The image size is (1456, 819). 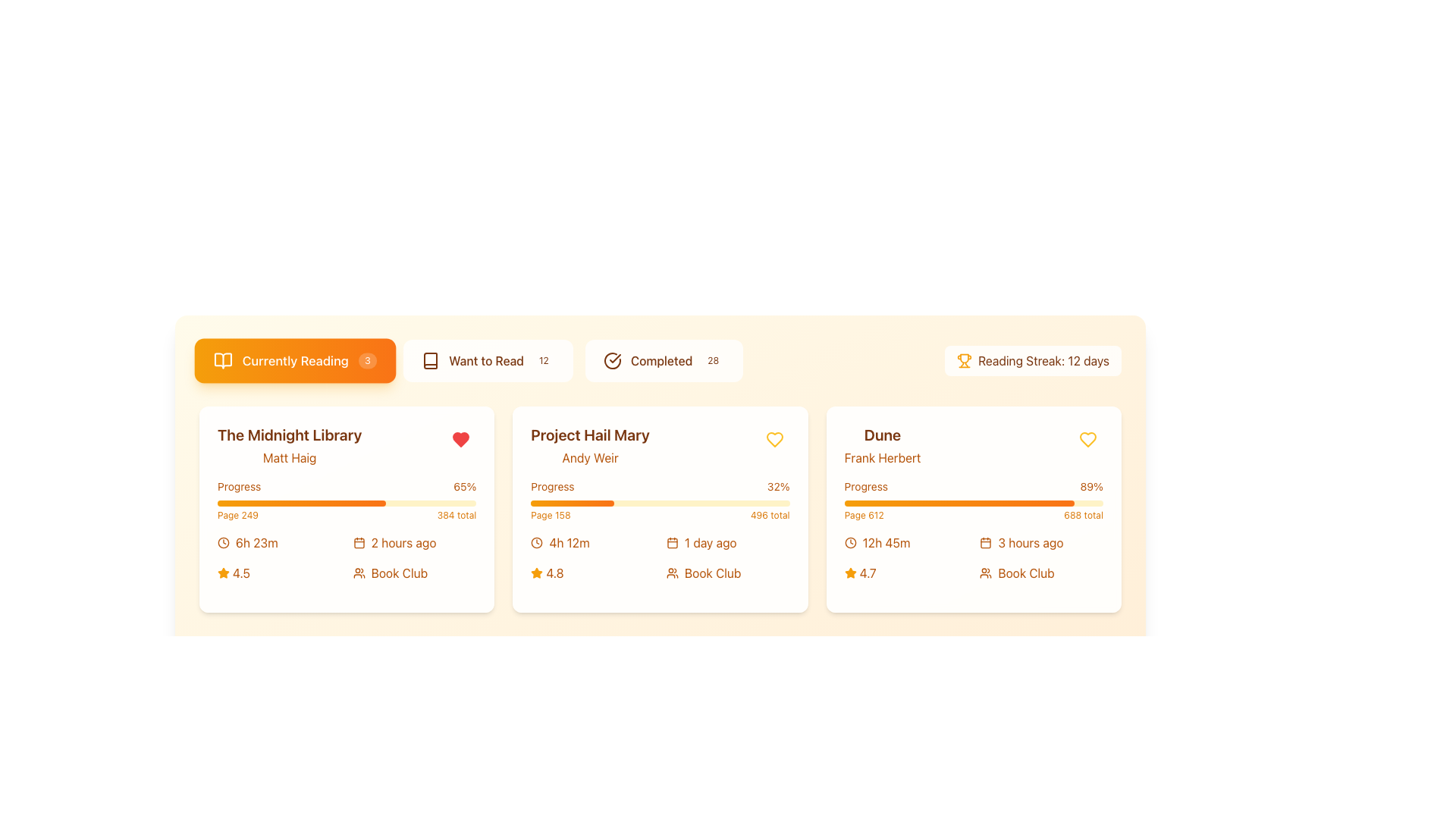 What do you see at coordinates (222, 573) in the screenshot?
I see `the golden star-shaped icon located at the bottom part of 'The Midnight Library' card` at bounding box center [222, 573].